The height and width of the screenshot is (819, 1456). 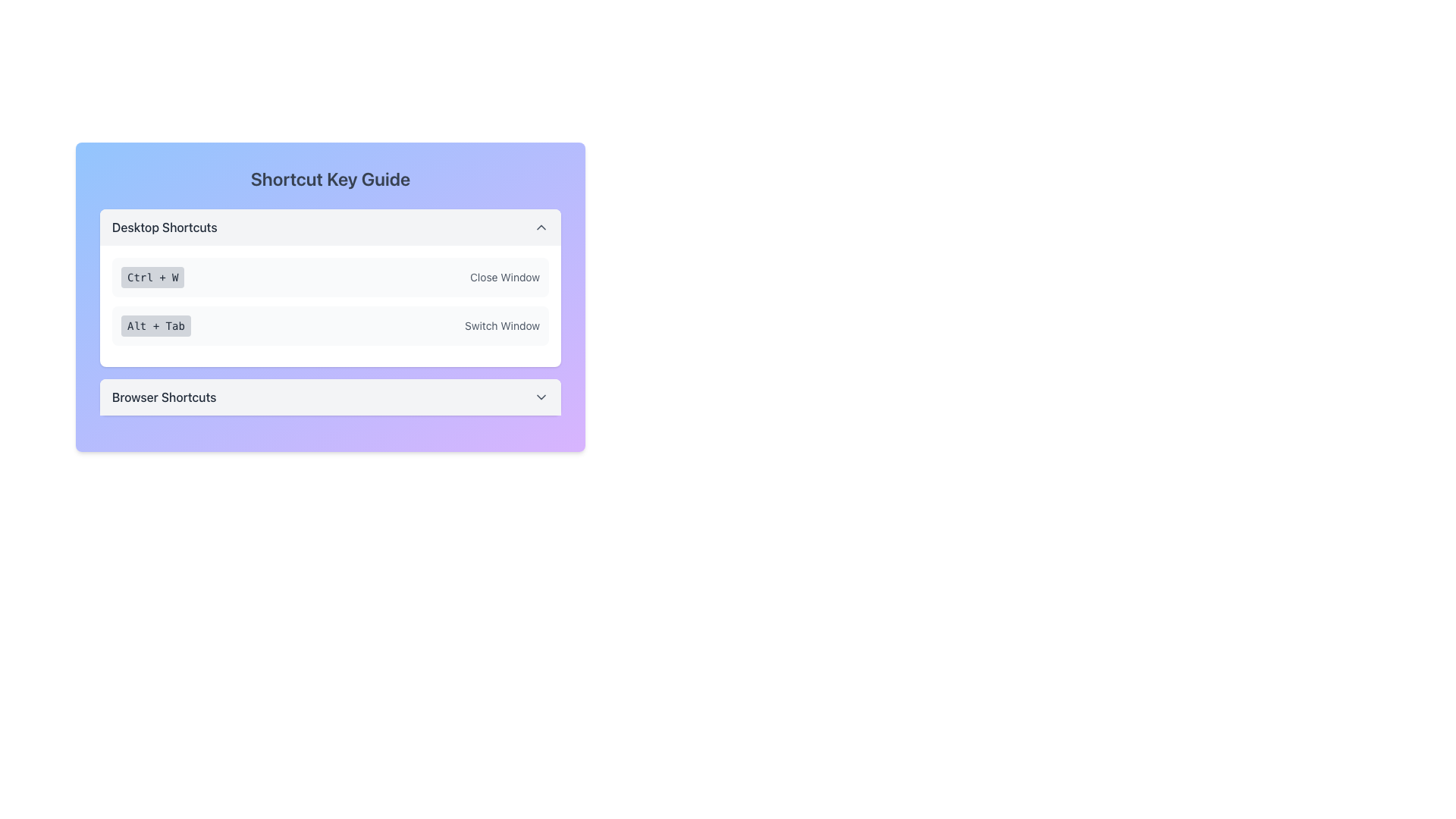 I want to click on the toggle button located in the top-right corner of the 'Desktop Shortcuts' section header, so click(x=541, y=227).